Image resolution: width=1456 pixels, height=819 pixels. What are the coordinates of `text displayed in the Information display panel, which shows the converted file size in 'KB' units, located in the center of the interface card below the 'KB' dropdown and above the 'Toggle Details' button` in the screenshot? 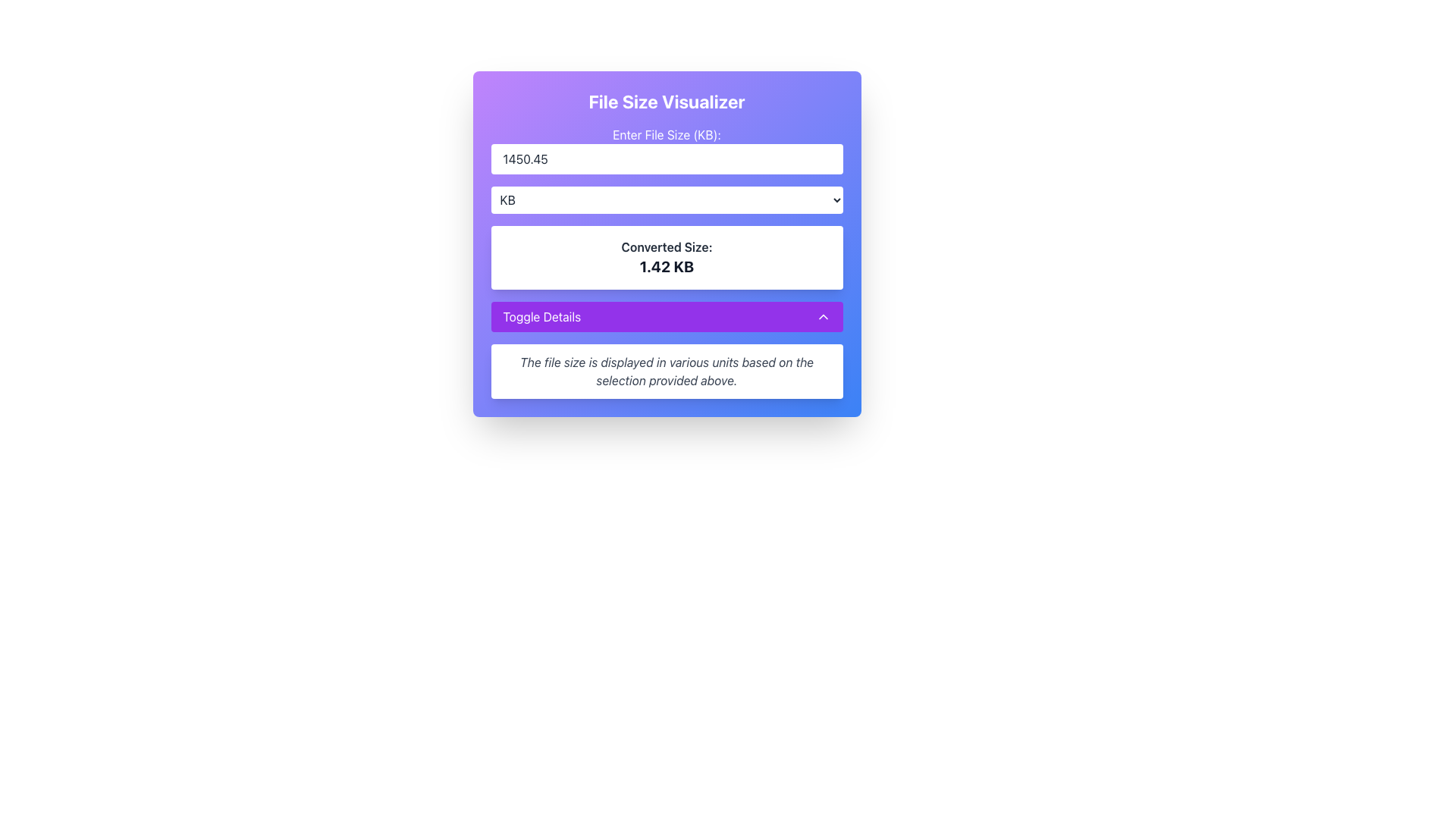 It's located at (667, 256).